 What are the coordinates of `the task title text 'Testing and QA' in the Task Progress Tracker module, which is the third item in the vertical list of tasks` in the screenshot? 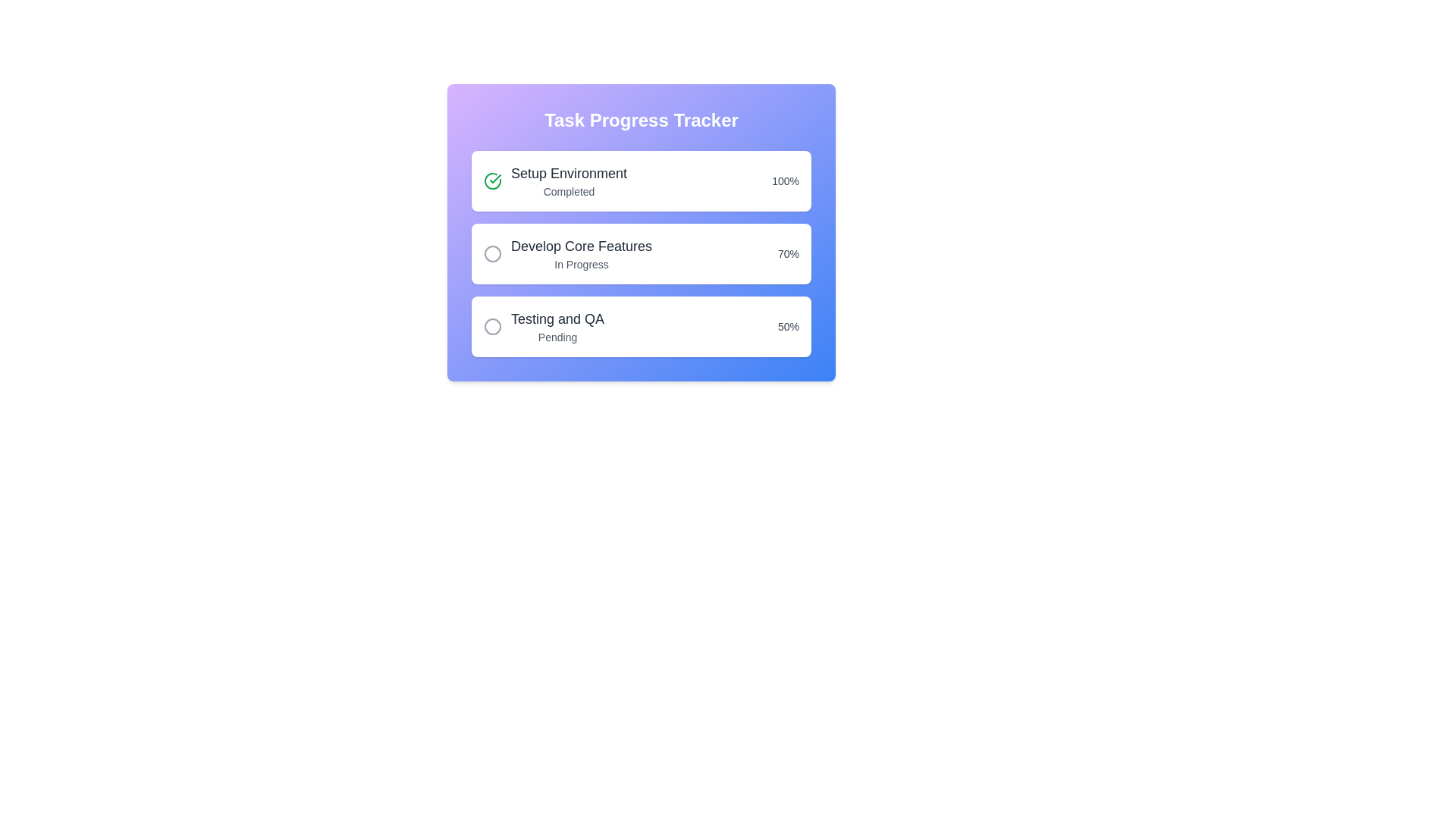 It's located at (557, 318).